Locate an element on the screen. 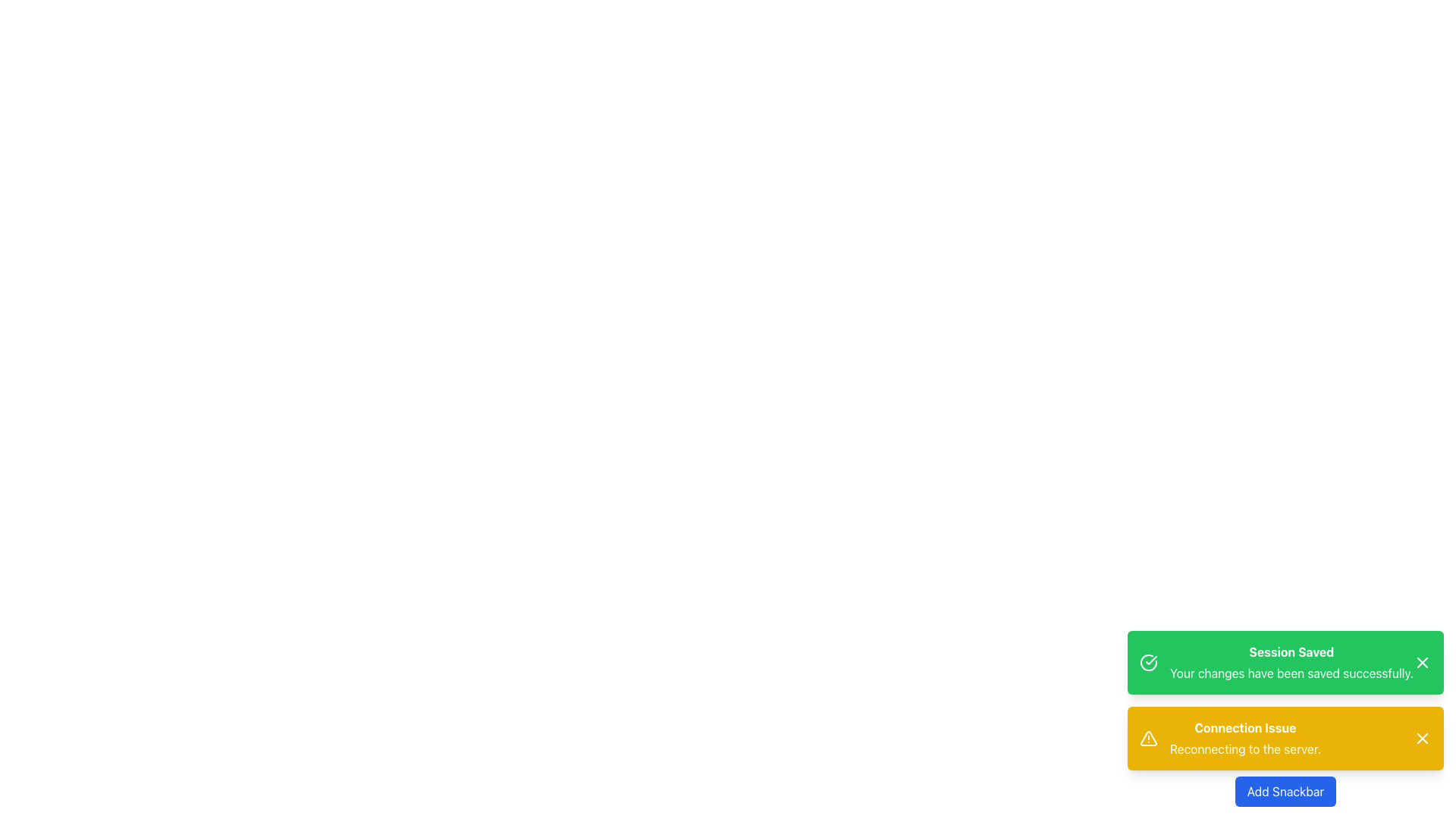 The width and height of the screenshot is (1456, 819). the Close/Dismiss icon, which is an X-shaped SVG icon located in the top-right corner of the green notification banner labeled 'Session Saved' is located at coordinates (1422, 662).